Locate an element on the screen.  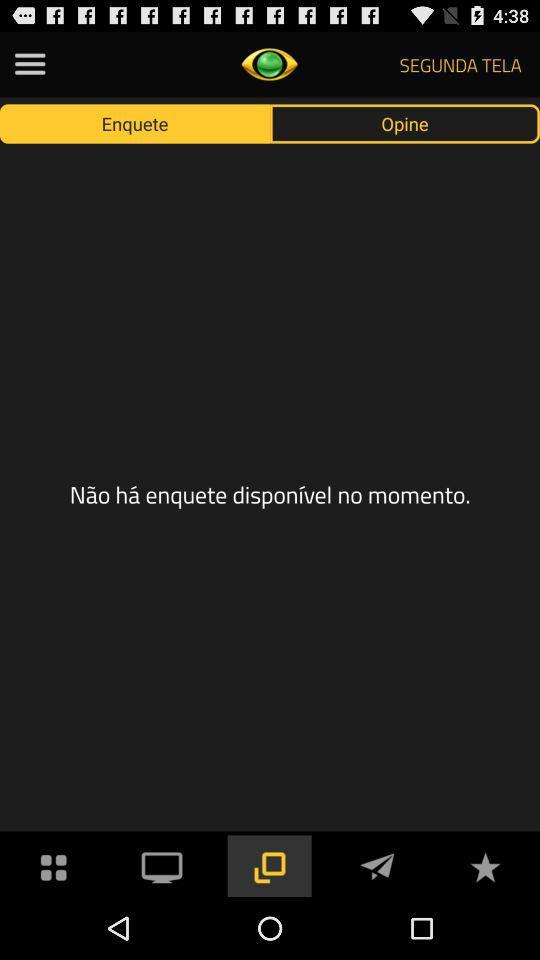
to favorites is located at coordinates (484, 864).